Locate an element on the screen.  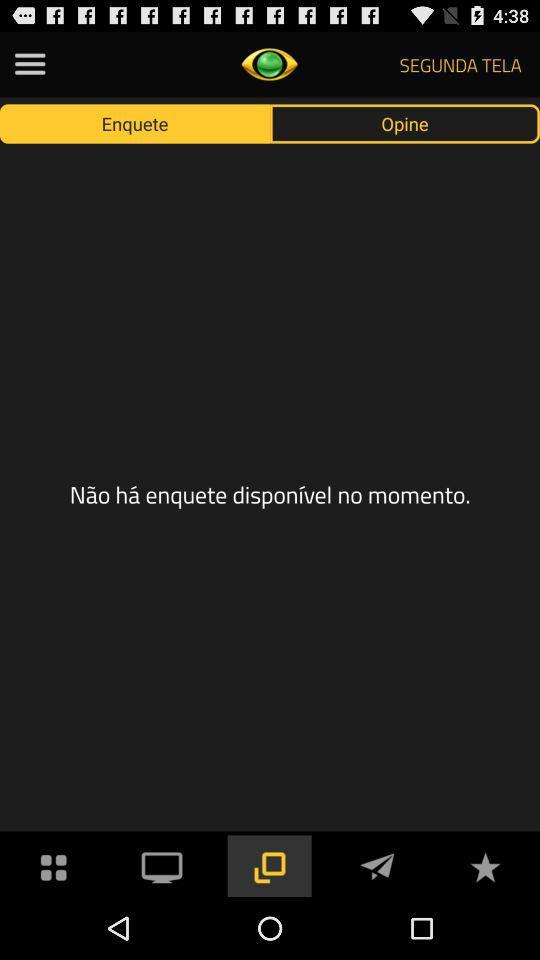
to favorites is located at coordinates (484, 864).